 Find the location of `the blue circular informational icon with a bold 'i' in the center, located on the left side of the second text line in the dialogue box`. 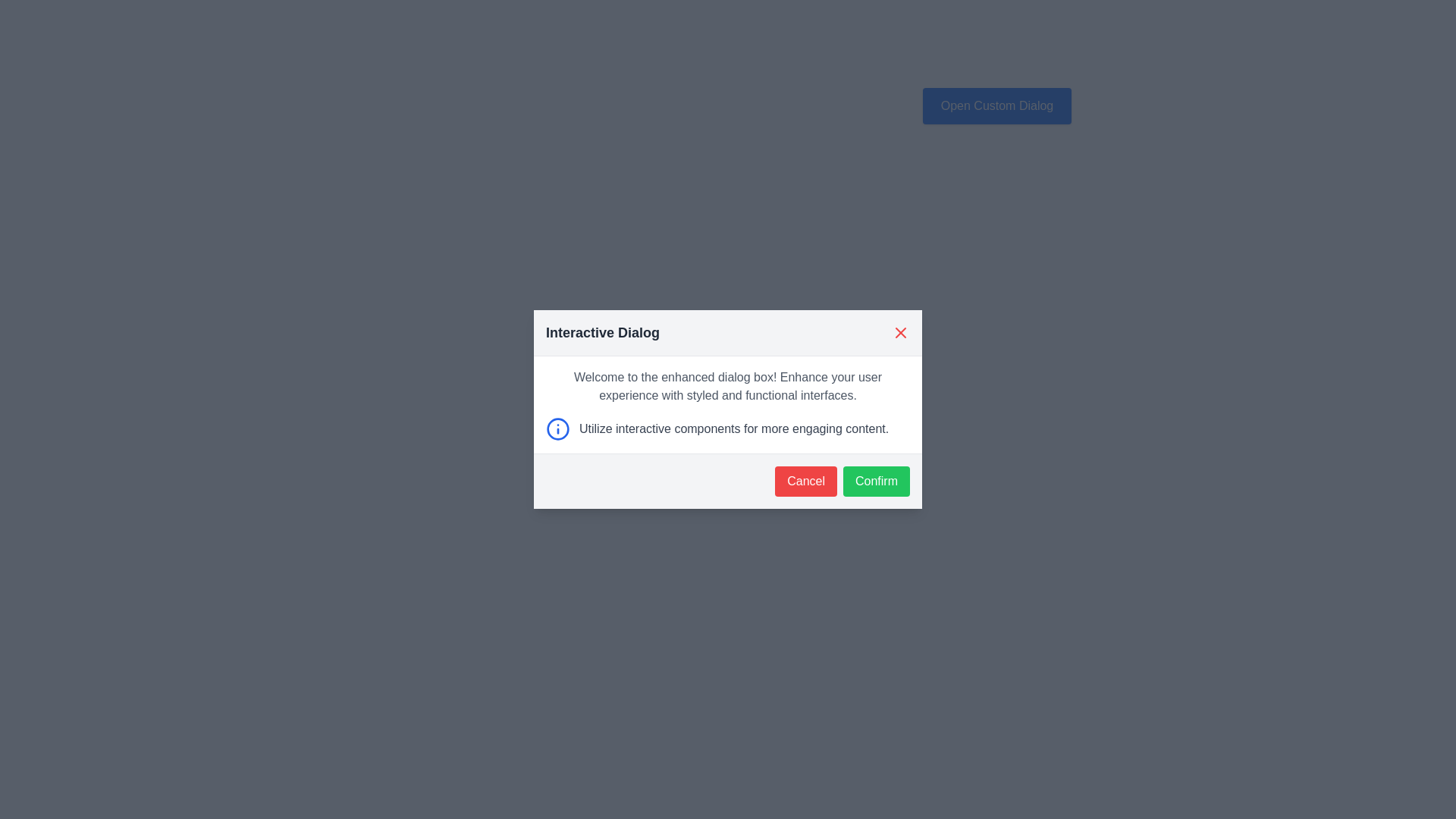

the blue circular informational icon with a bold 'i' in the center, located on the left side of the second text line in the dialogue box is located at coordinates (557, 429).